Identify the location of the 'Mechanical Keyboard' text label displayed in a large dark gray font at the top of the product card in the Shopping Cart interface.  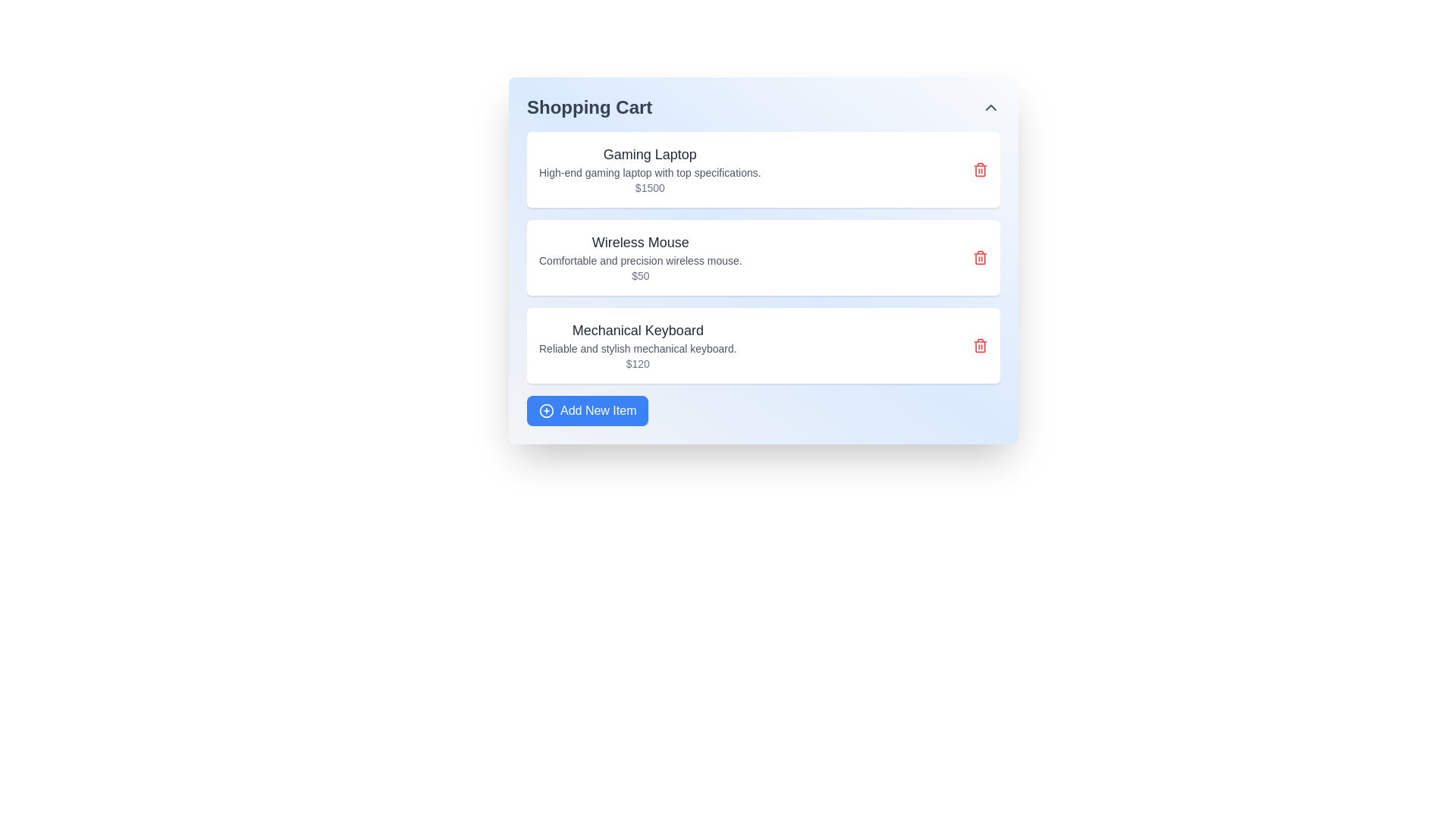
(638, 329).